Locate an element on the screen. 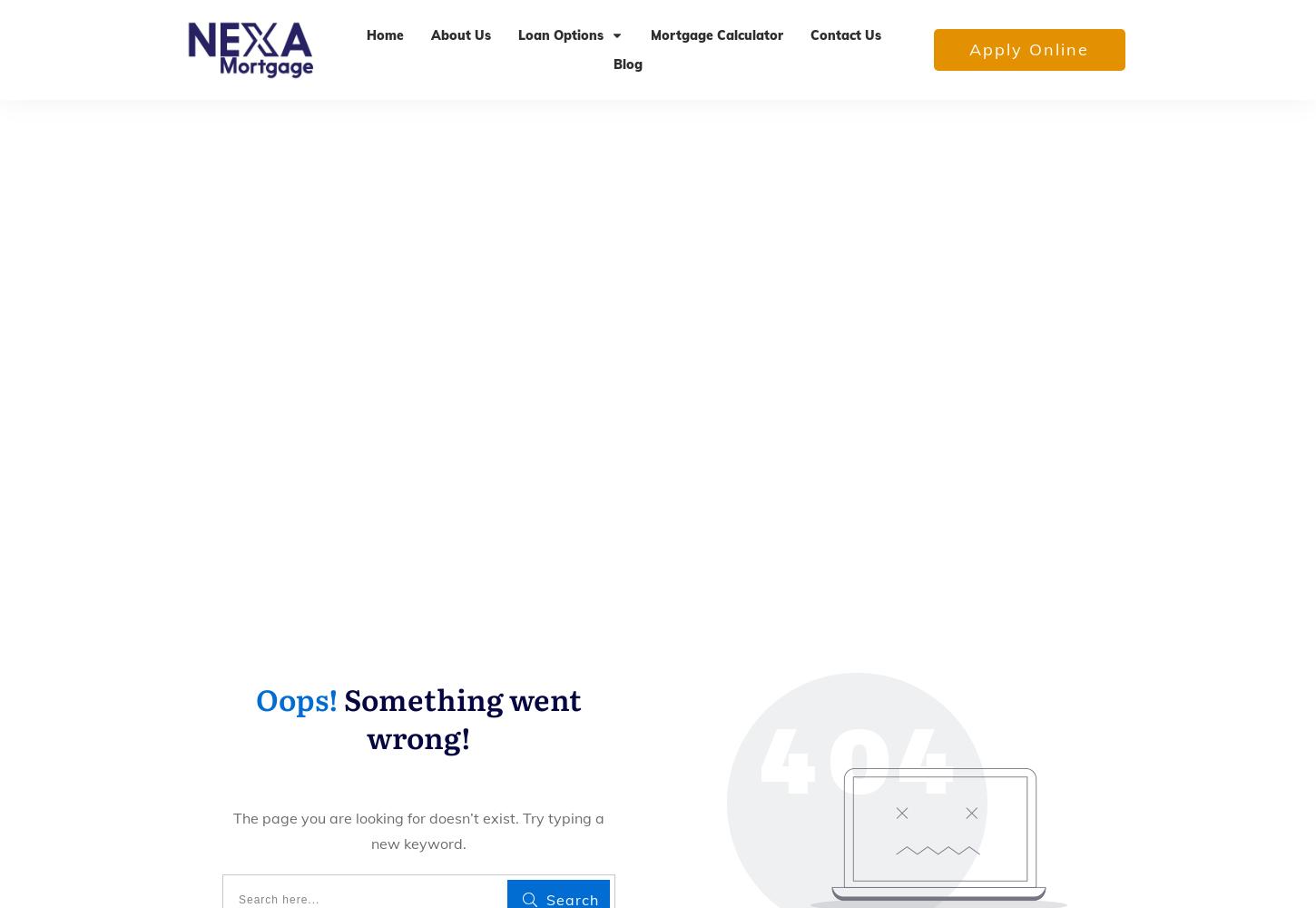  'Contact Us' is located at coordinates (844, 35).